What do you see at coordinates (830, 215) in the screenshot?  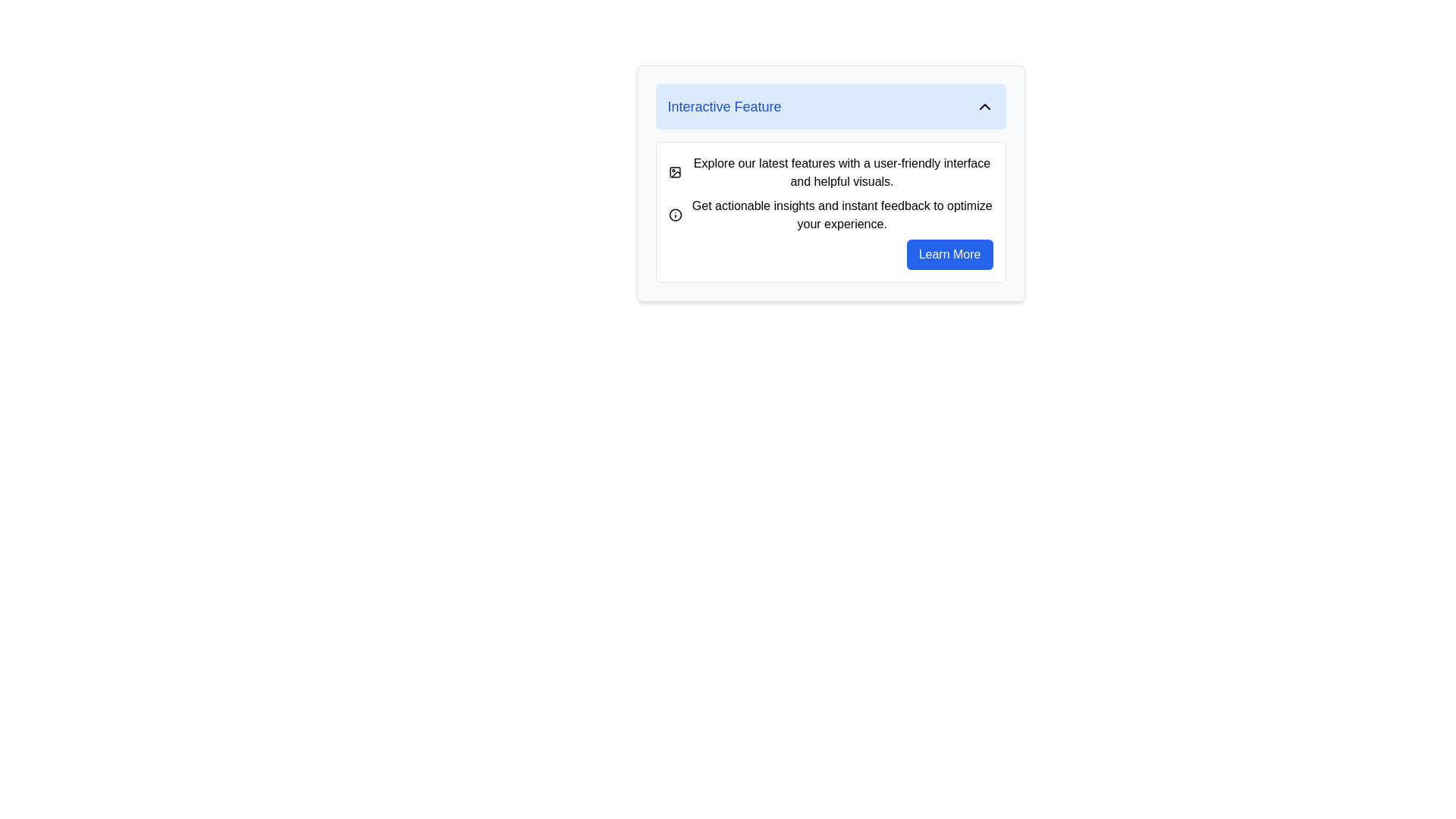 I see `the informational icon located below the first text block and above the 'Learn More' button to provide users with additional details` at bounding box center [830, 215].